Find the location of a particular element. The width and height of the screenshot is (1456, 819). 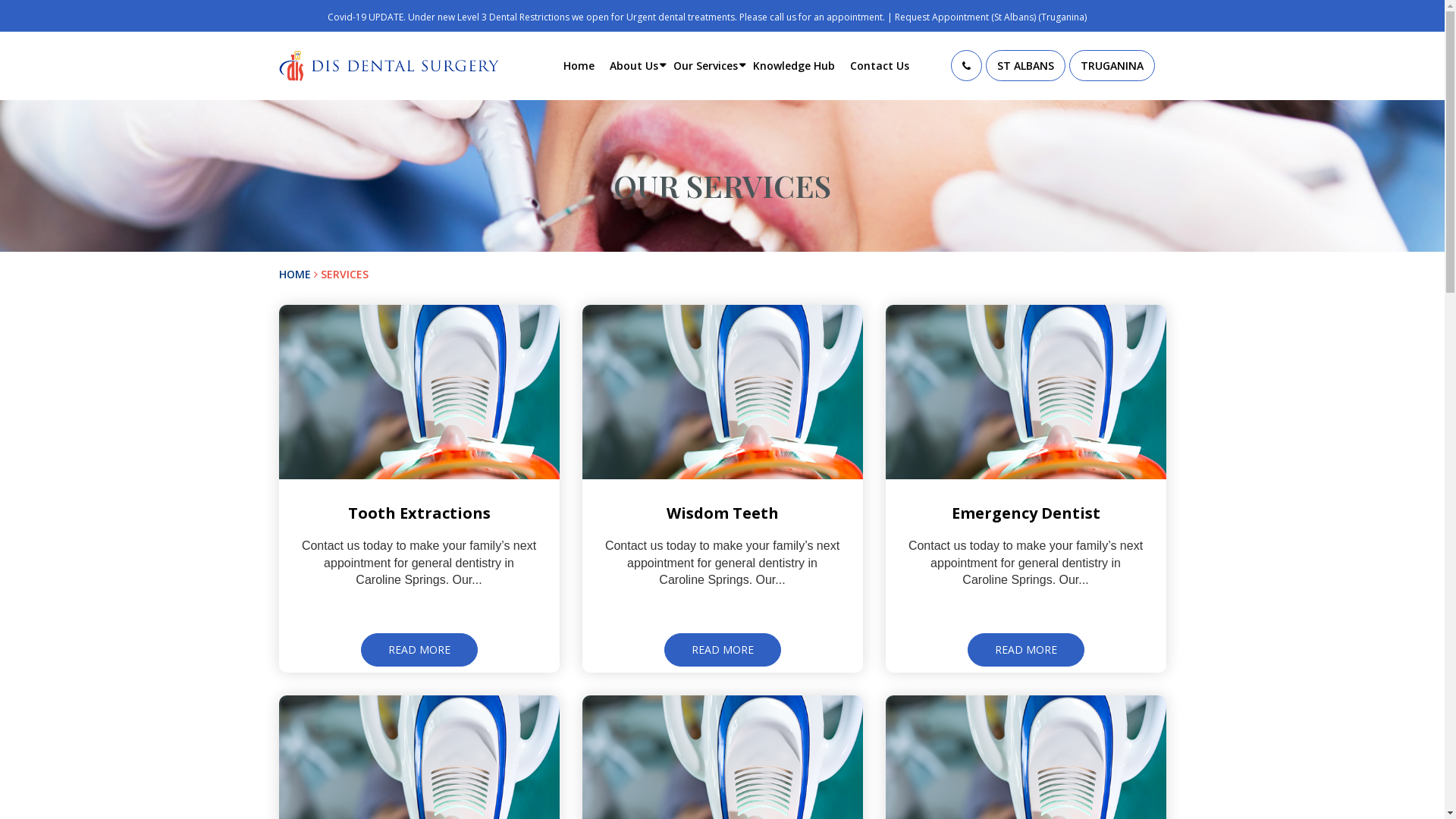

'(Truganina)' is located at coordinates (1037, 17).